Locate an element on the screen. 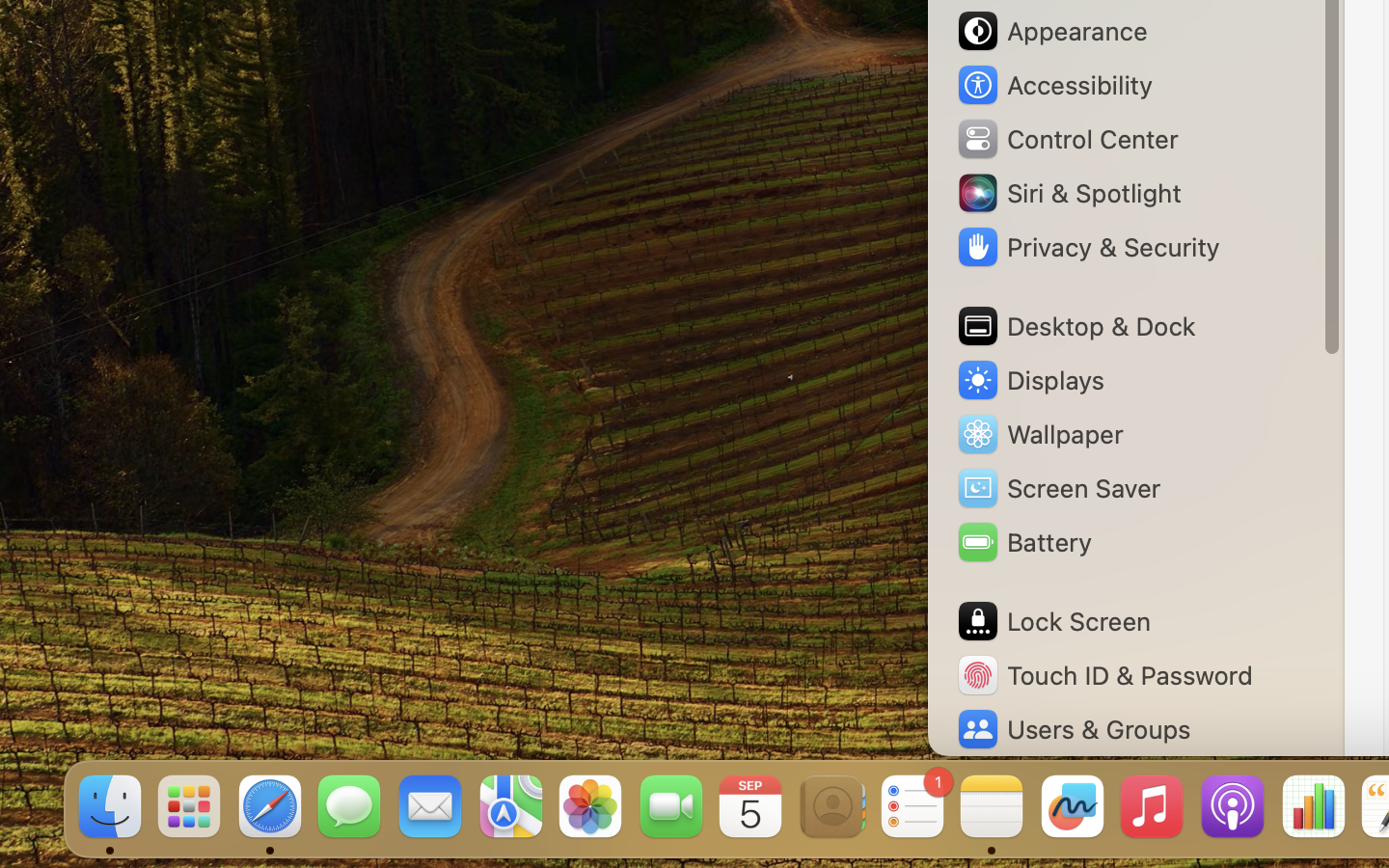 The image size is (1389, 868). 'Touch ID & Password' is located at coordinates (1103, 674).